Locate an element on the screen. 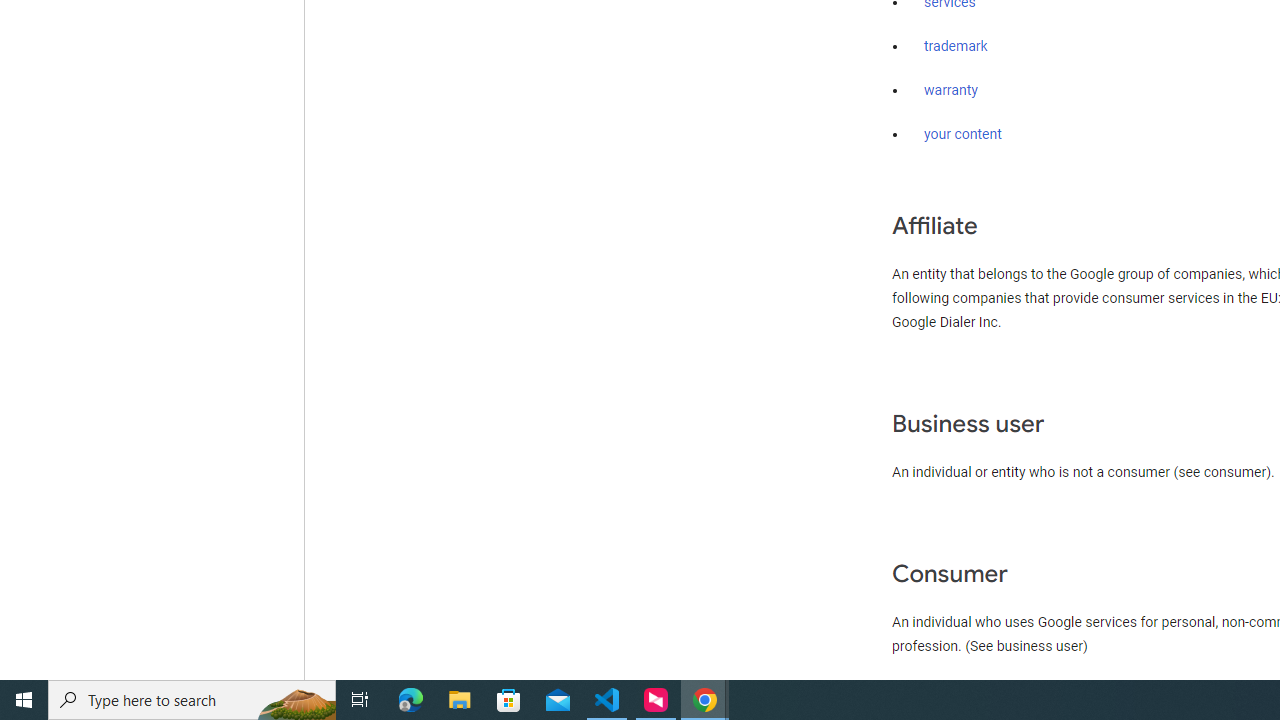 Image resolution: width=1280 pixels, height=720 pixels. 'trademark' is located at coordinates (955, 46).